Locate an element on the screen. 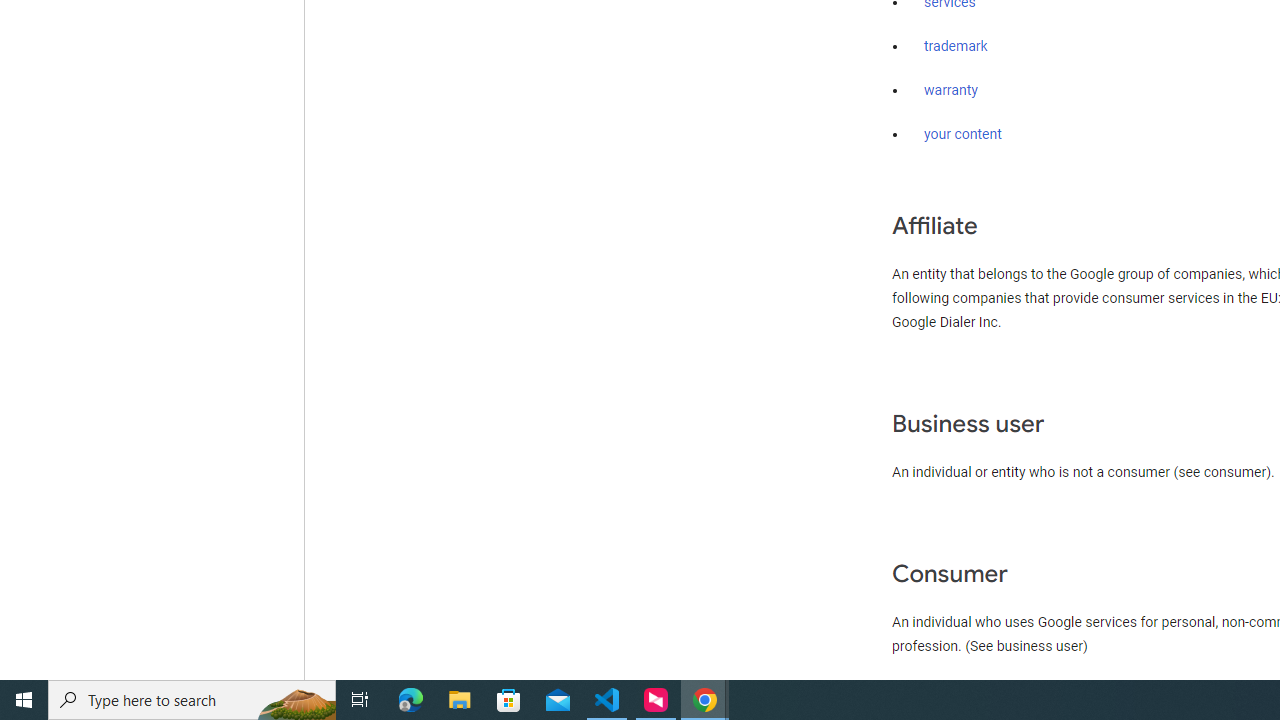 Image resolution: width=1280 pixels, height=720 pixels. 'trademark' is located at coordinates (955, 46).